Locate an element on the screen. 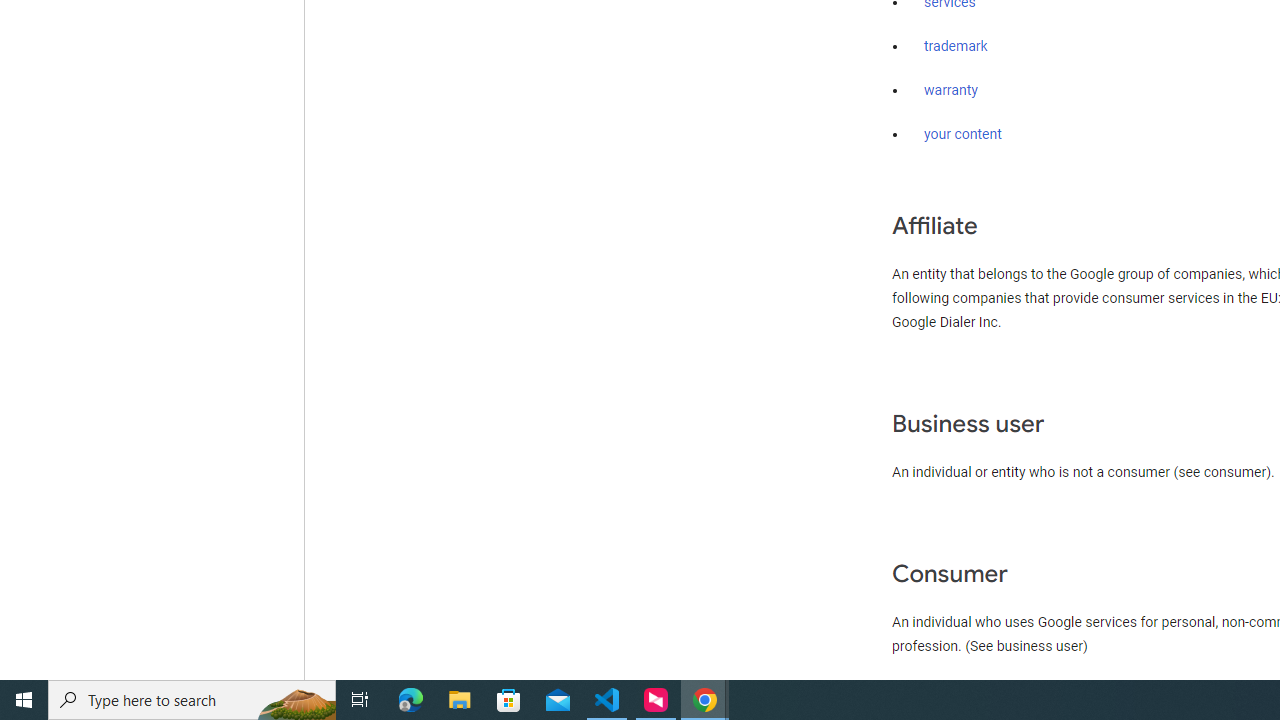 Image resolution: width=1280 pixels, height=720 pixels. 'trademark' is located at coordinates (955, 46).